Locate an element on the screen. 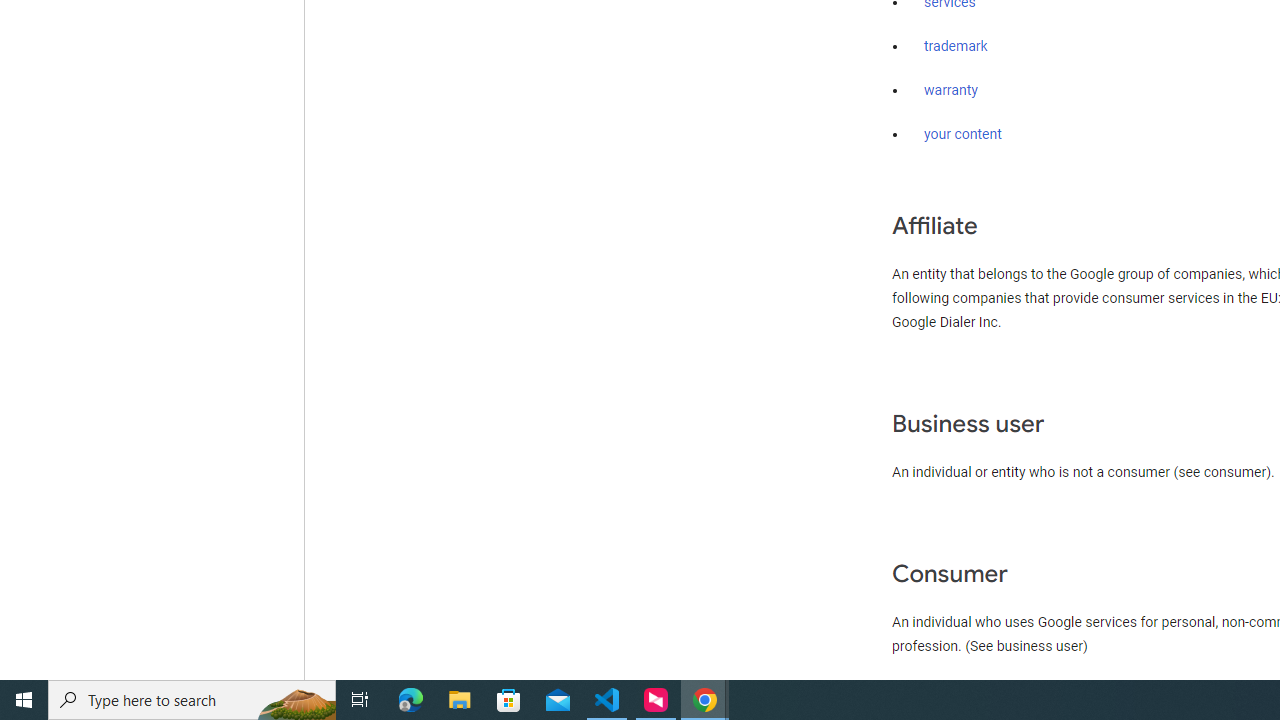 Image resolution: width=1280 pixels, height=720 pixels. 'trademark' is located at coordinates (955, 46).